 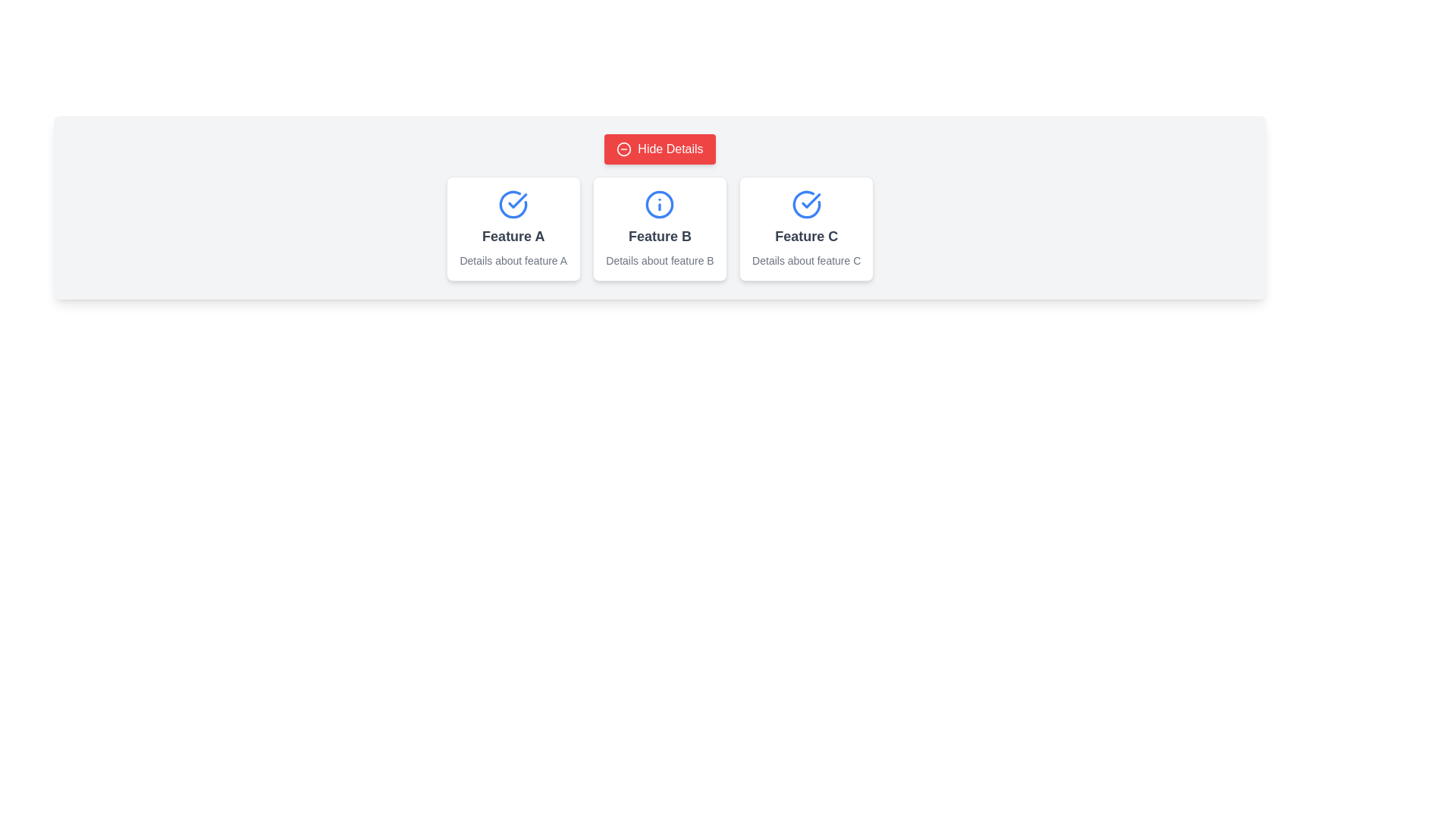 What do you see at coordinates (805, 205) in the screenshot?
I see `the icon indicating the successful completion of 'Feature C', located at the top of the 'Feature C' card` at bounding box center [805, 205].